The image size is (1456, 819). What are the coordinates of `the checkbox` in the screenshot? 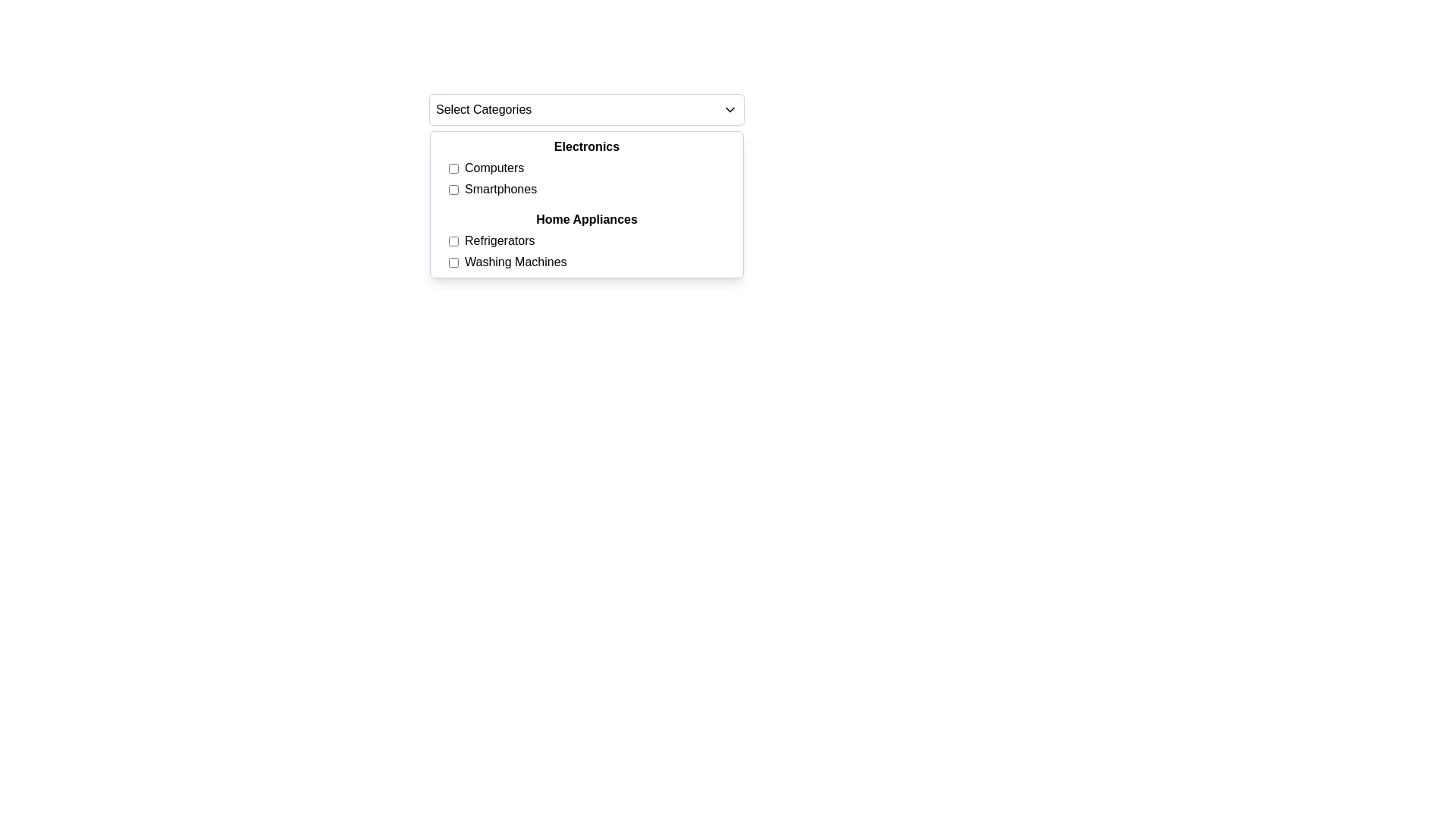 It's located at (453, 240).